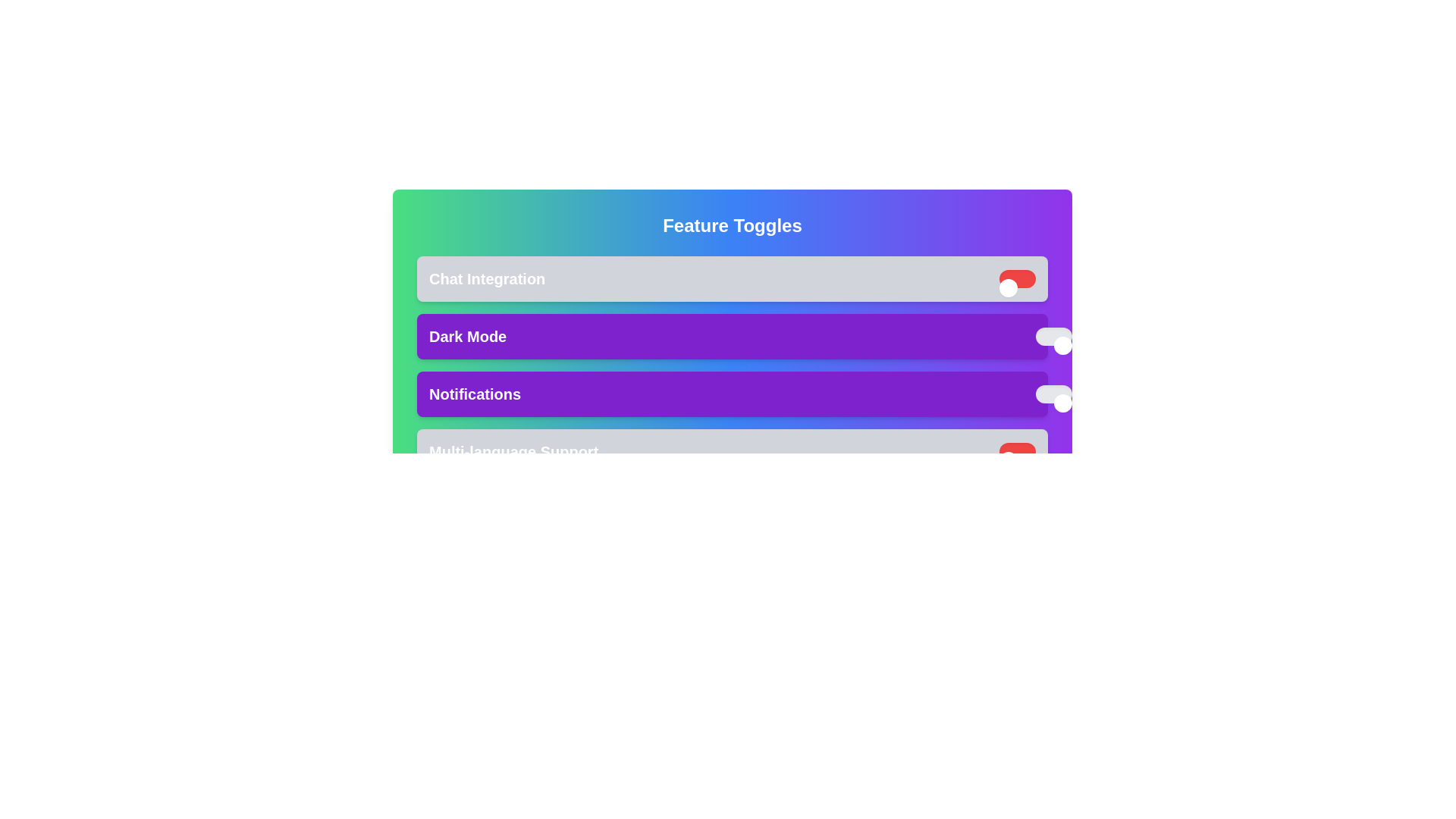 This screenshot has width=1456, height=819. Describe the element at coordinates (732, 225) in the screenshot. I see `the 'Feature Toggles' title to access its context` at that location.